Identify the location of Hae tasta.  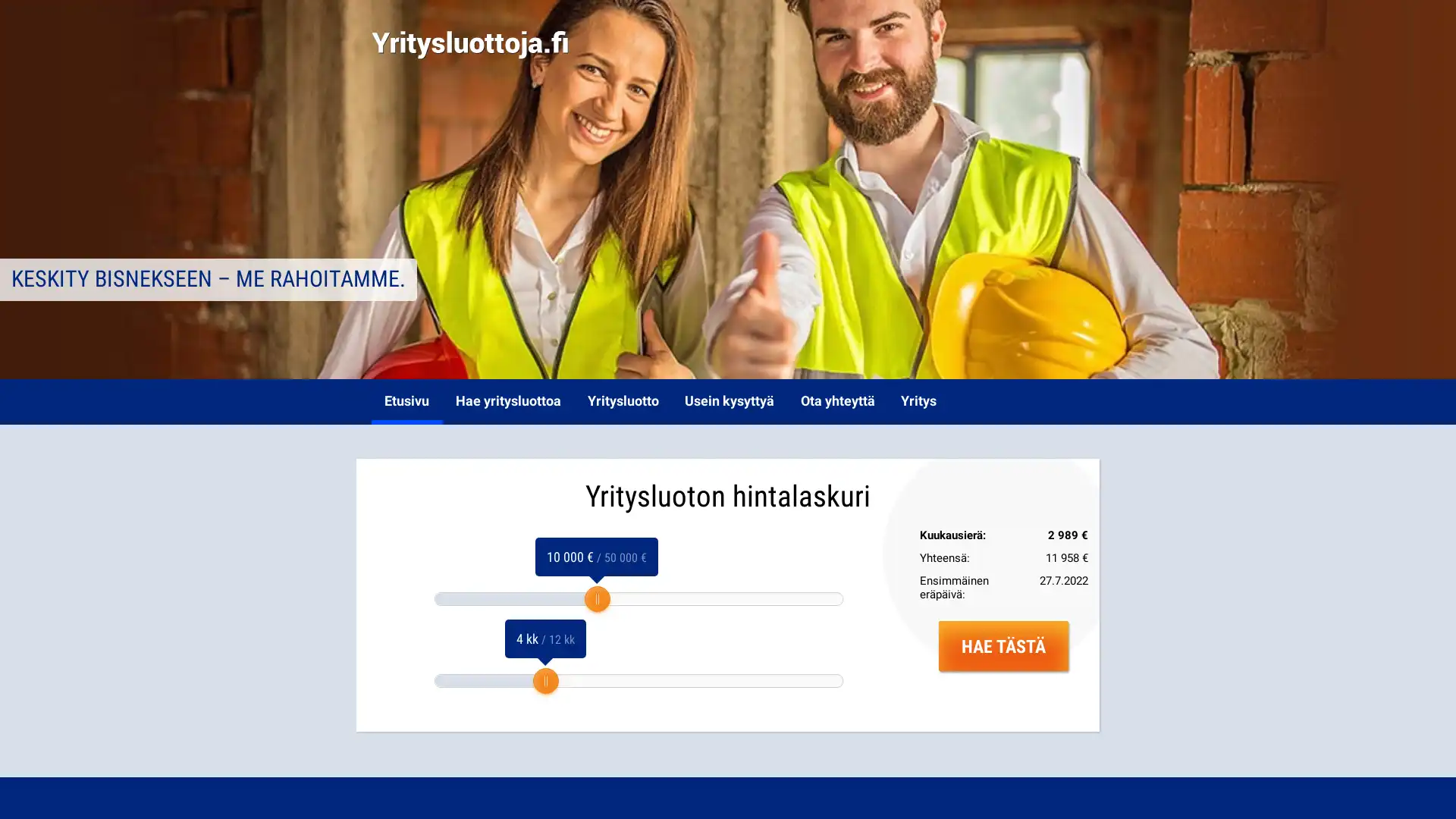
(1003, 645).